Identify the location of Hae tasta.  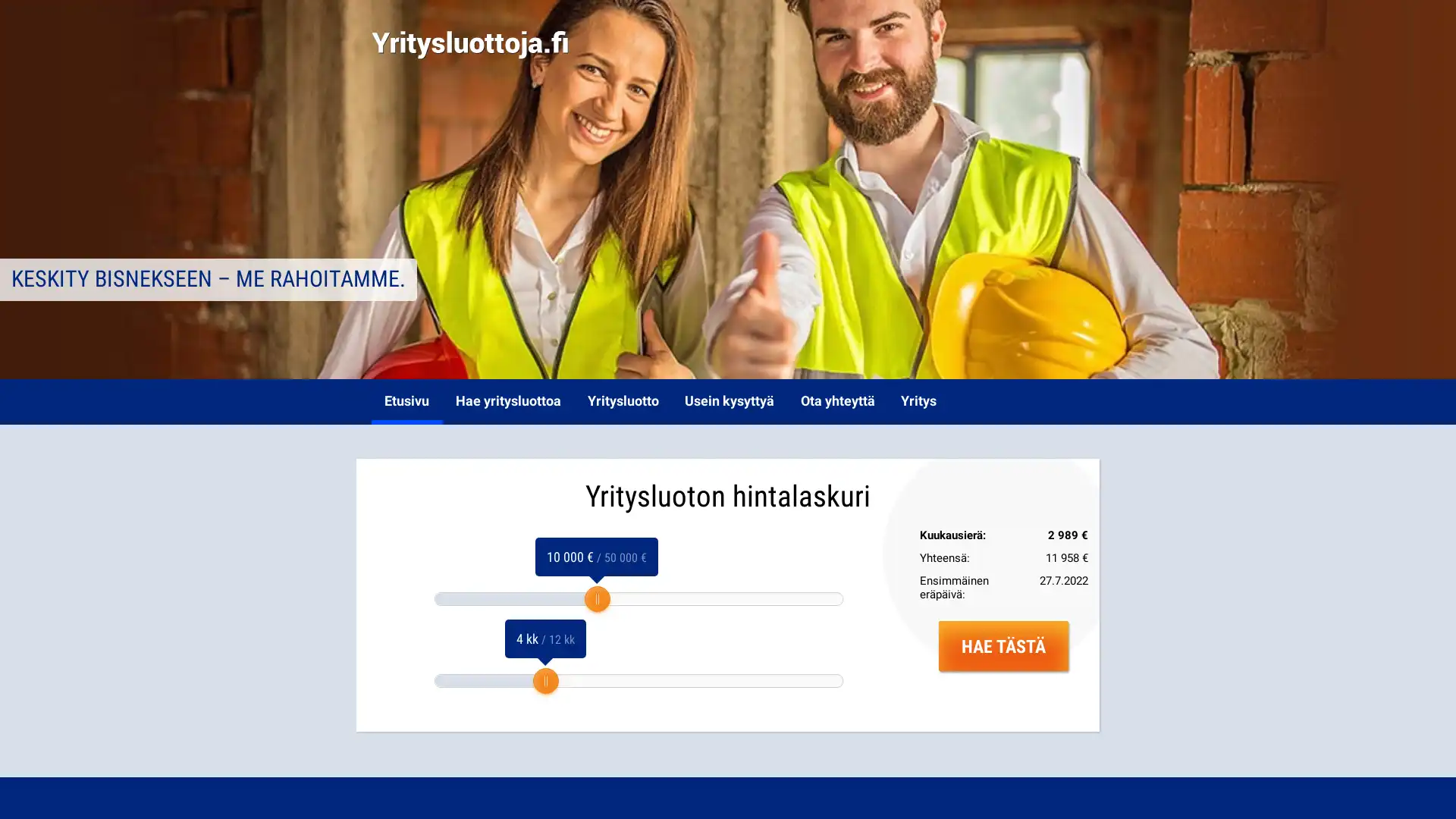
(1003, 645).